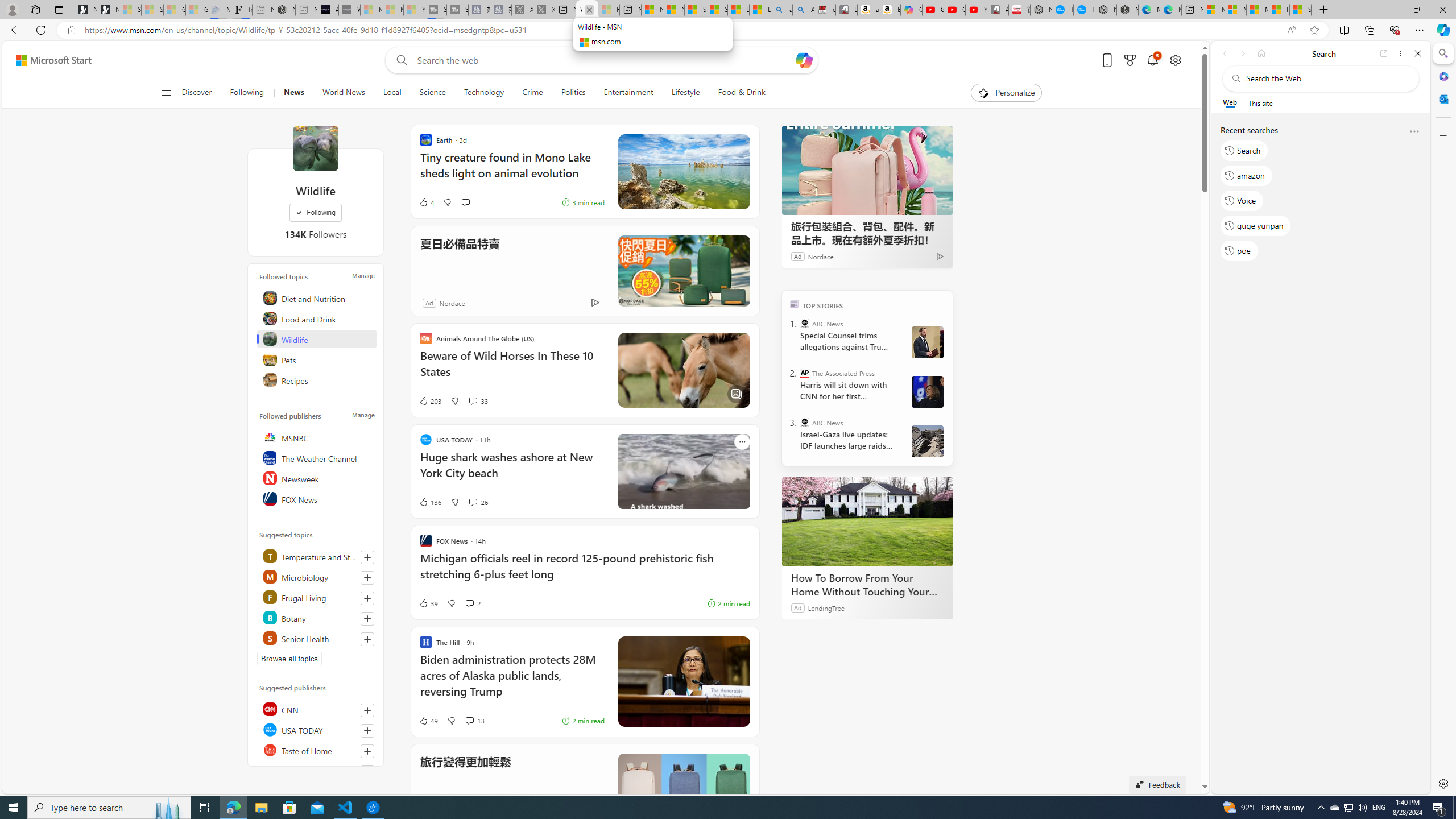  I want to click on 'Customize', so click(1442, 135).